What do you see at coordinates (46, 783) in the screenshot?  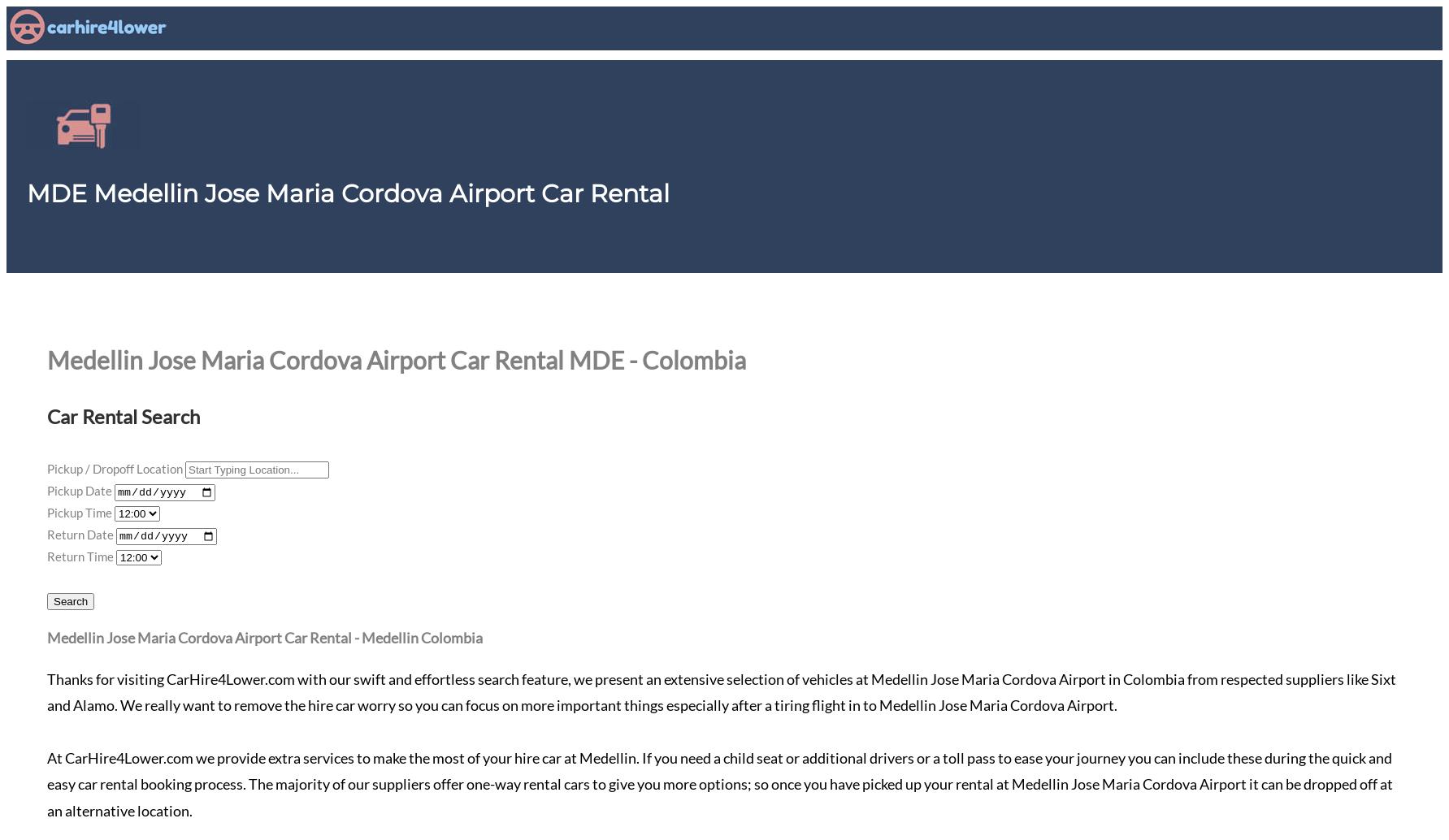 I see `'At CarHire4Lower.com we provide extra services to make the most of your hire car at Medellin. If you need a child seat or additional drivers or a toll pass to ease your journey you can include these during the quick and easy car rental booking process. The majority of our suppliers offer one-way rental cars to give you more options; so once you have picked up your rental at Medellin Jose Maria Cordova Airport it can be dropped off at an alternative location.'` at bounding box center [46, 783].